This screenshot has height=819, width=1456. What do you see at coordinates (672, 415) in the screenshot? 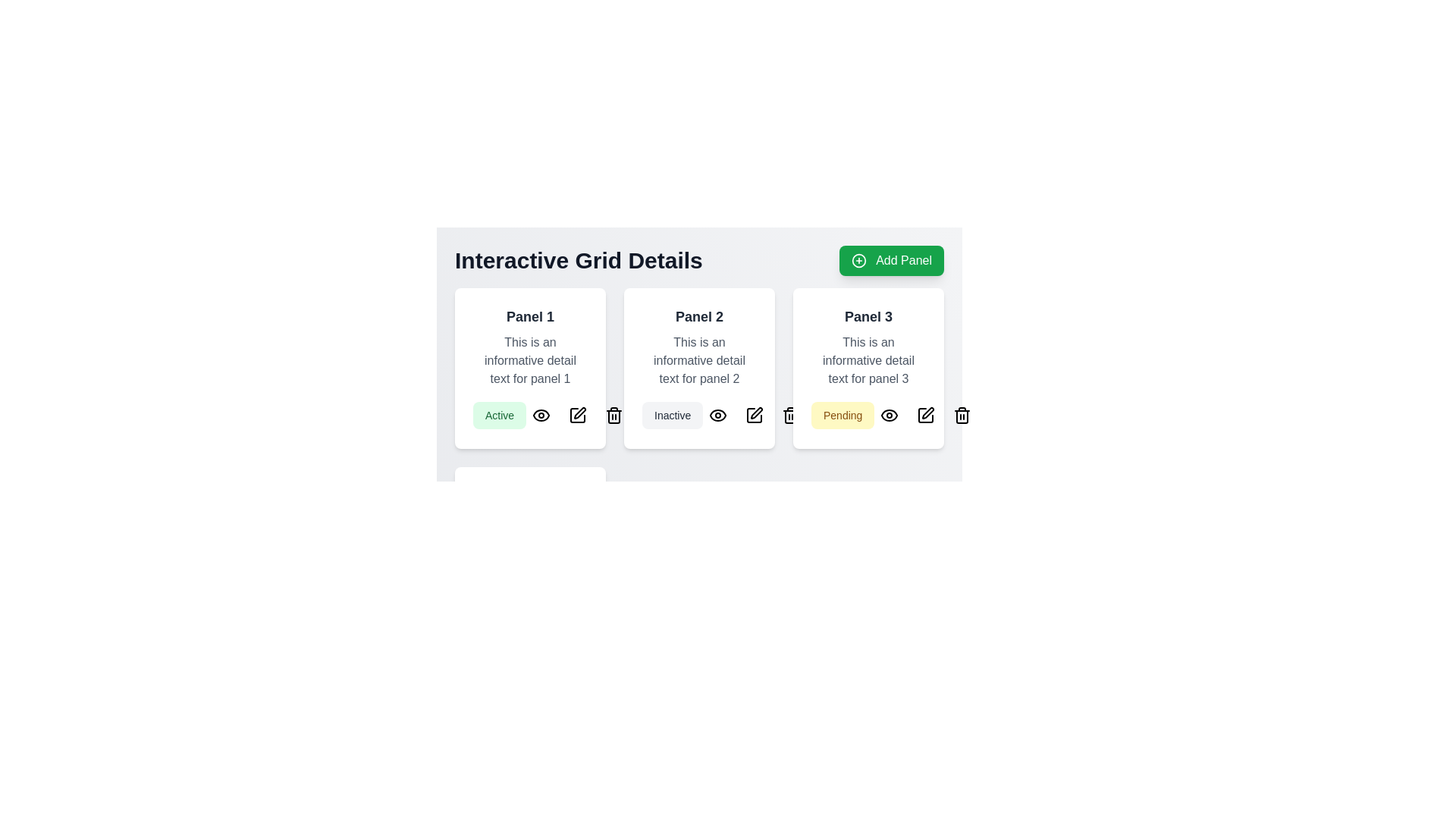
I see `the status indicator label in the lower section of Panel 2, which displays 'Inactive' to interact with it if functionality is added` at bounding box center [672, 415].